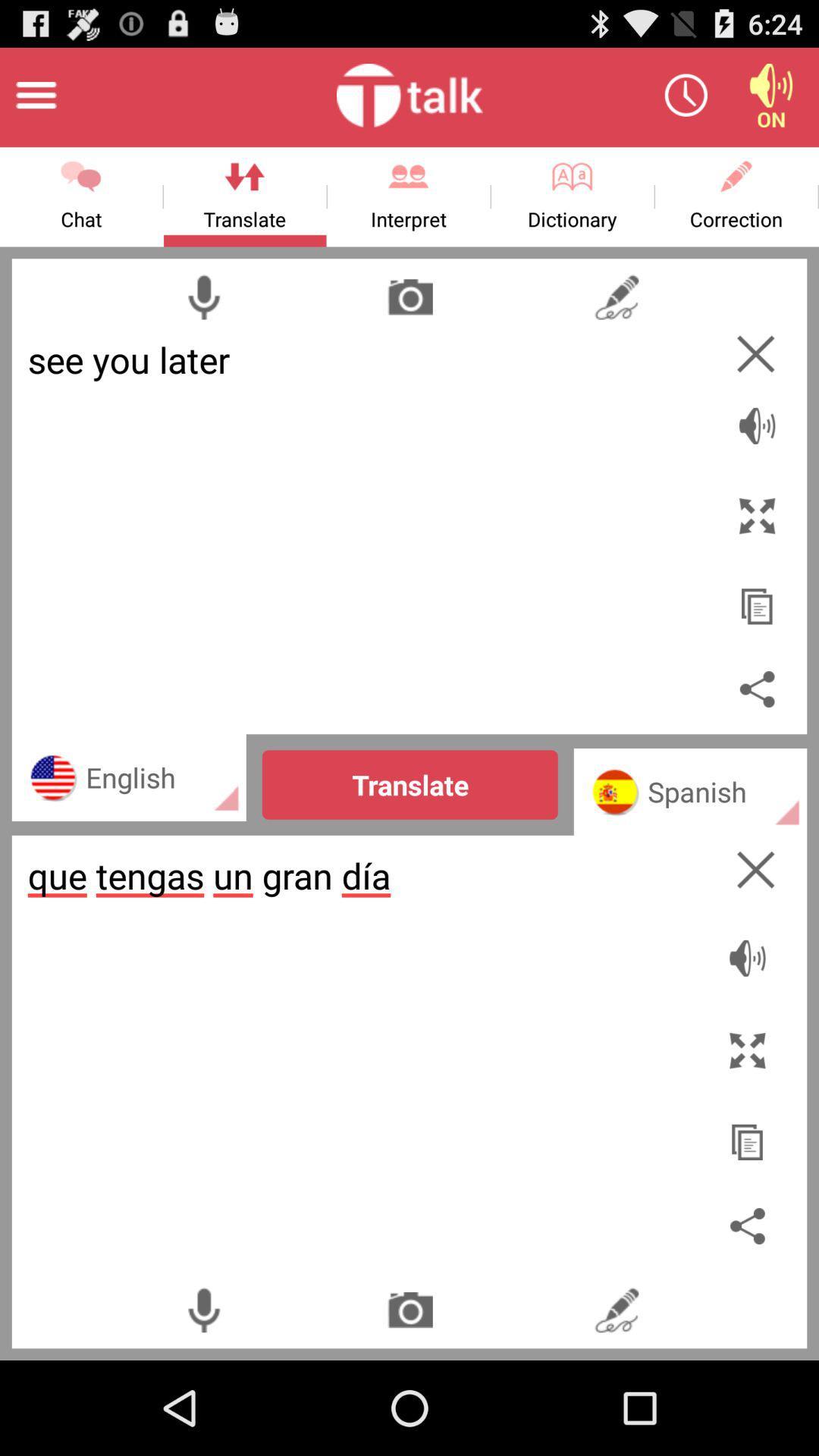 This screenshot has width=819, height=1456. I want to click on the time icon, so click(686, 101).